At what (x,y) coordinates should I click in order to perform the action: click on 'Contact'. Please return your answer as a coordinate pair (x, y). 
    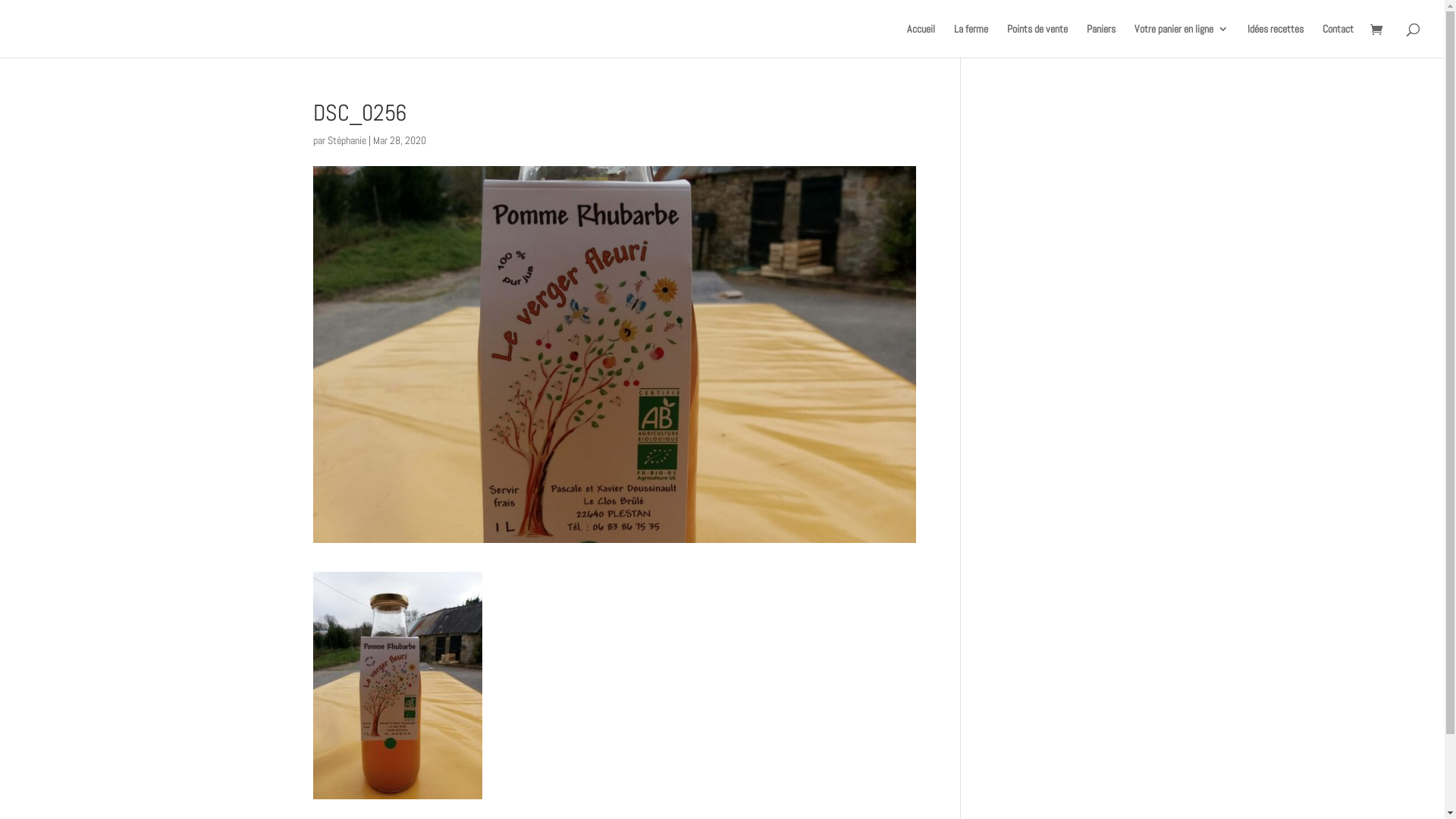
    Looking at the image, I should click on (1338, 39).